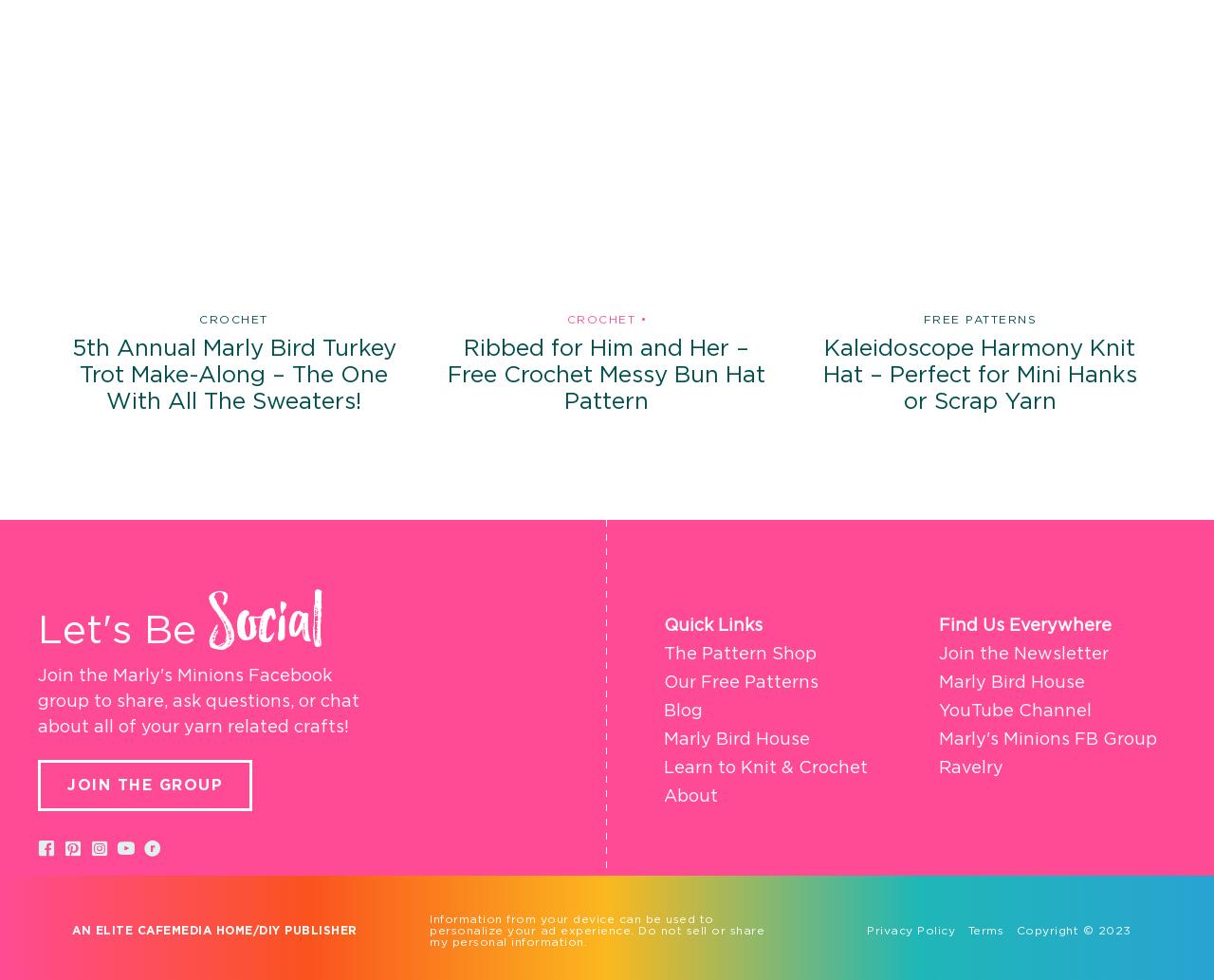 This screenshot has width=1214, height=980. What do you see at coordinates (938, 711) in the screenshot?
I see `'YouTube Channel'` at bounding box center [938, 711].